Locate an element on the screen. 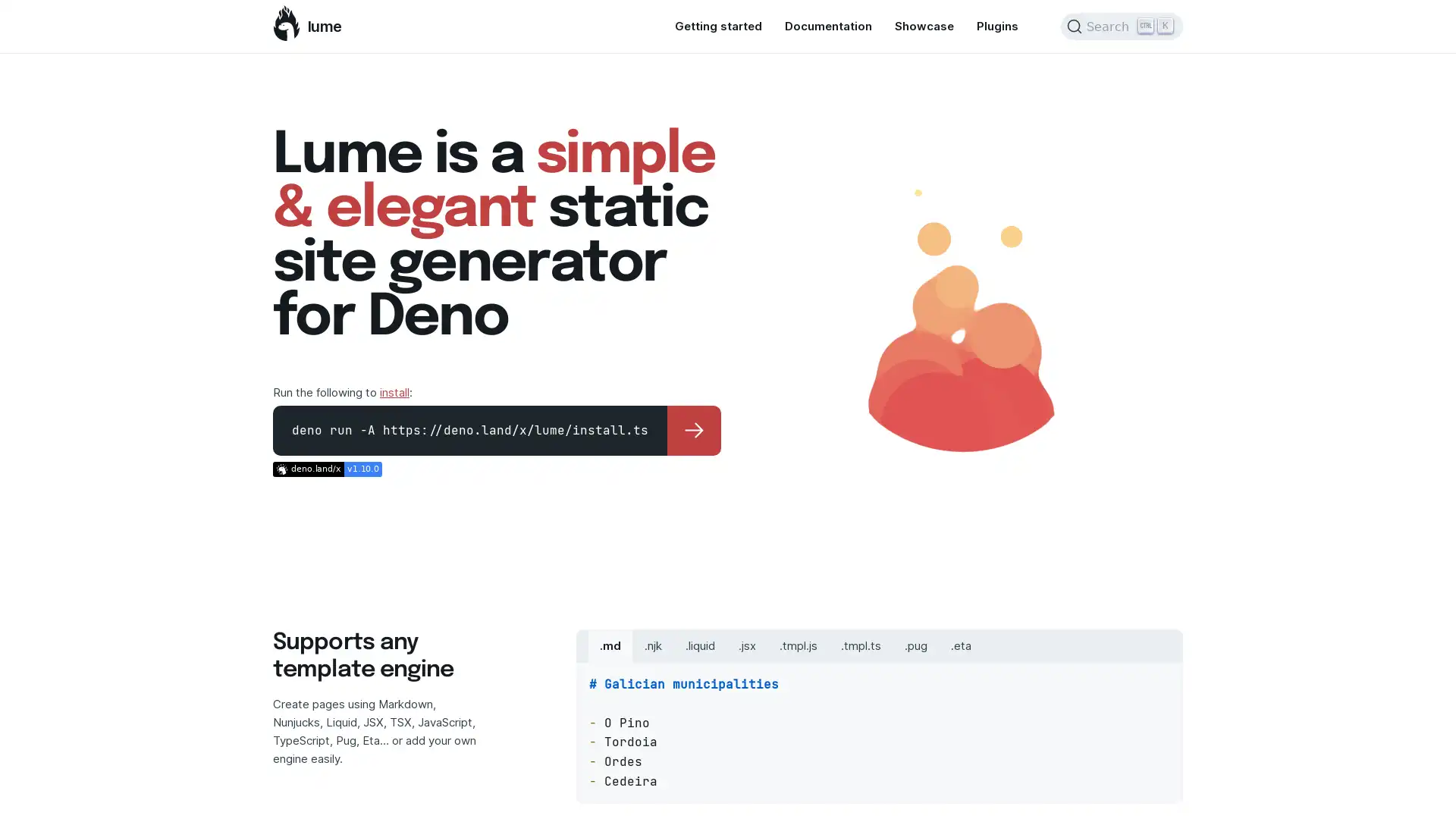  Search is located at coordinates (1122, 26).